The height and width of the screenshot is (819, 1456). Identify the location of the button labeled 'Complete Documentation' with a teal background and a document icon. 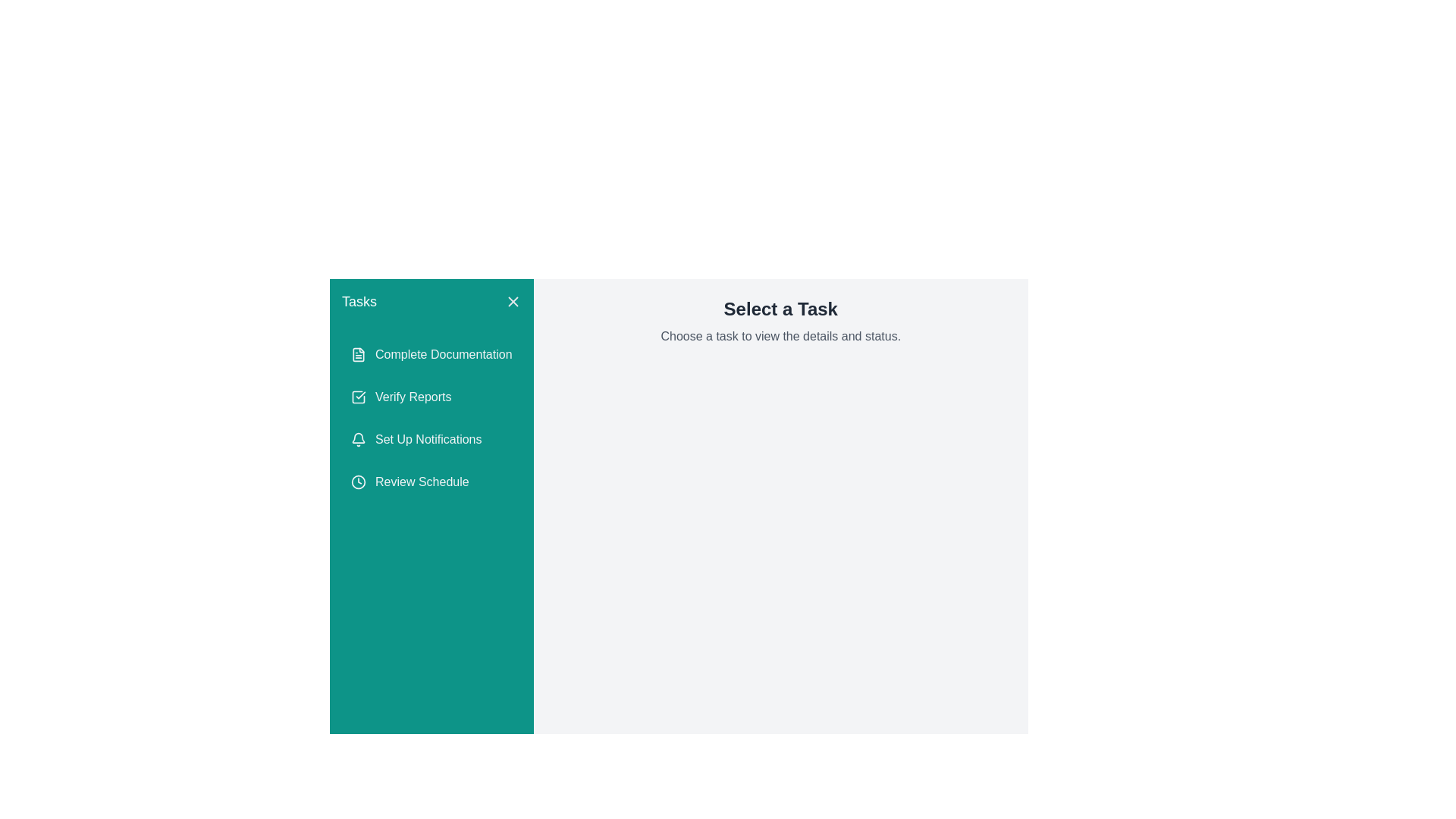
(431, 354).